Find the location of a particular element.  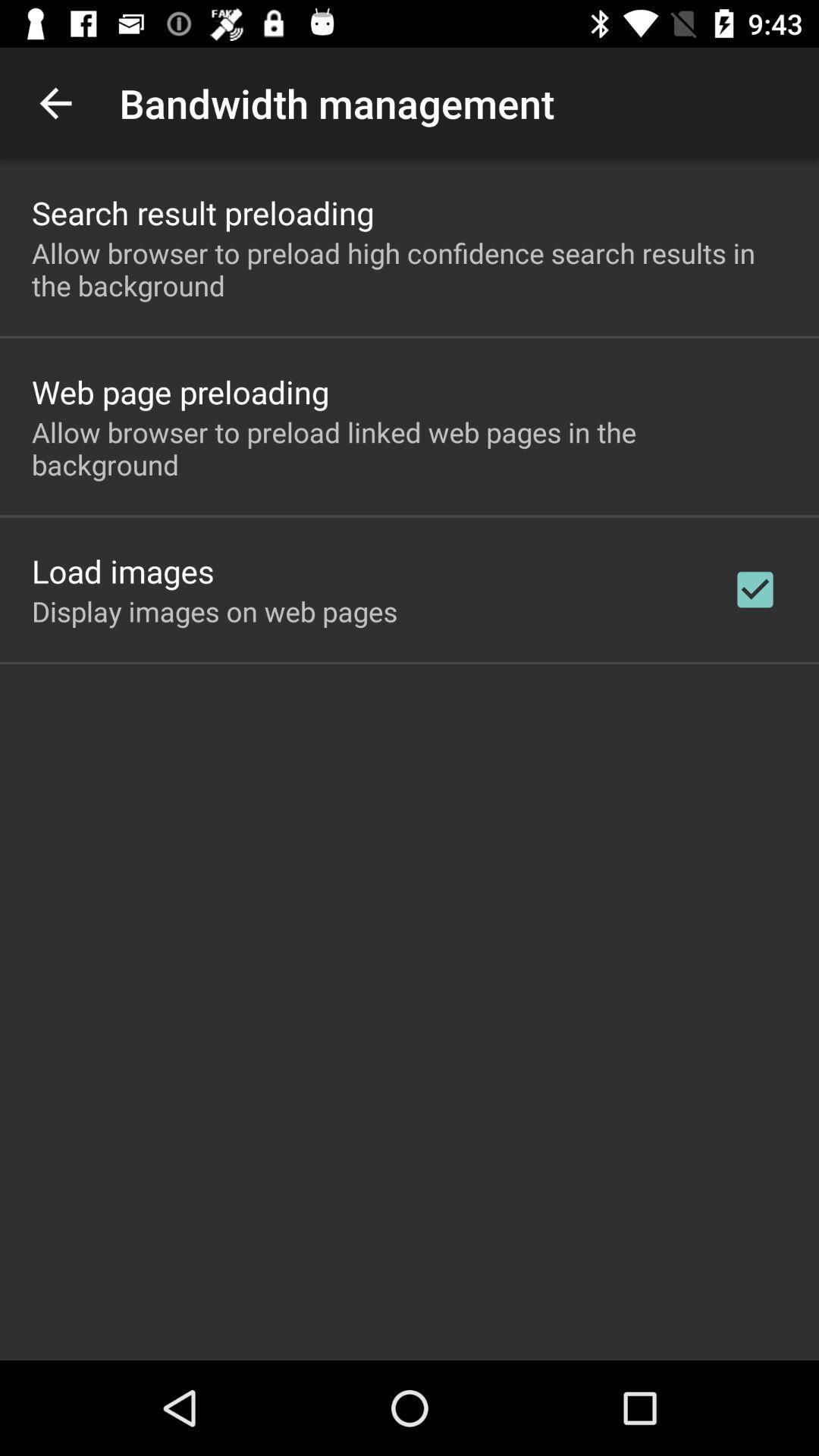

icon on the right is located at coordinates (755, 588).